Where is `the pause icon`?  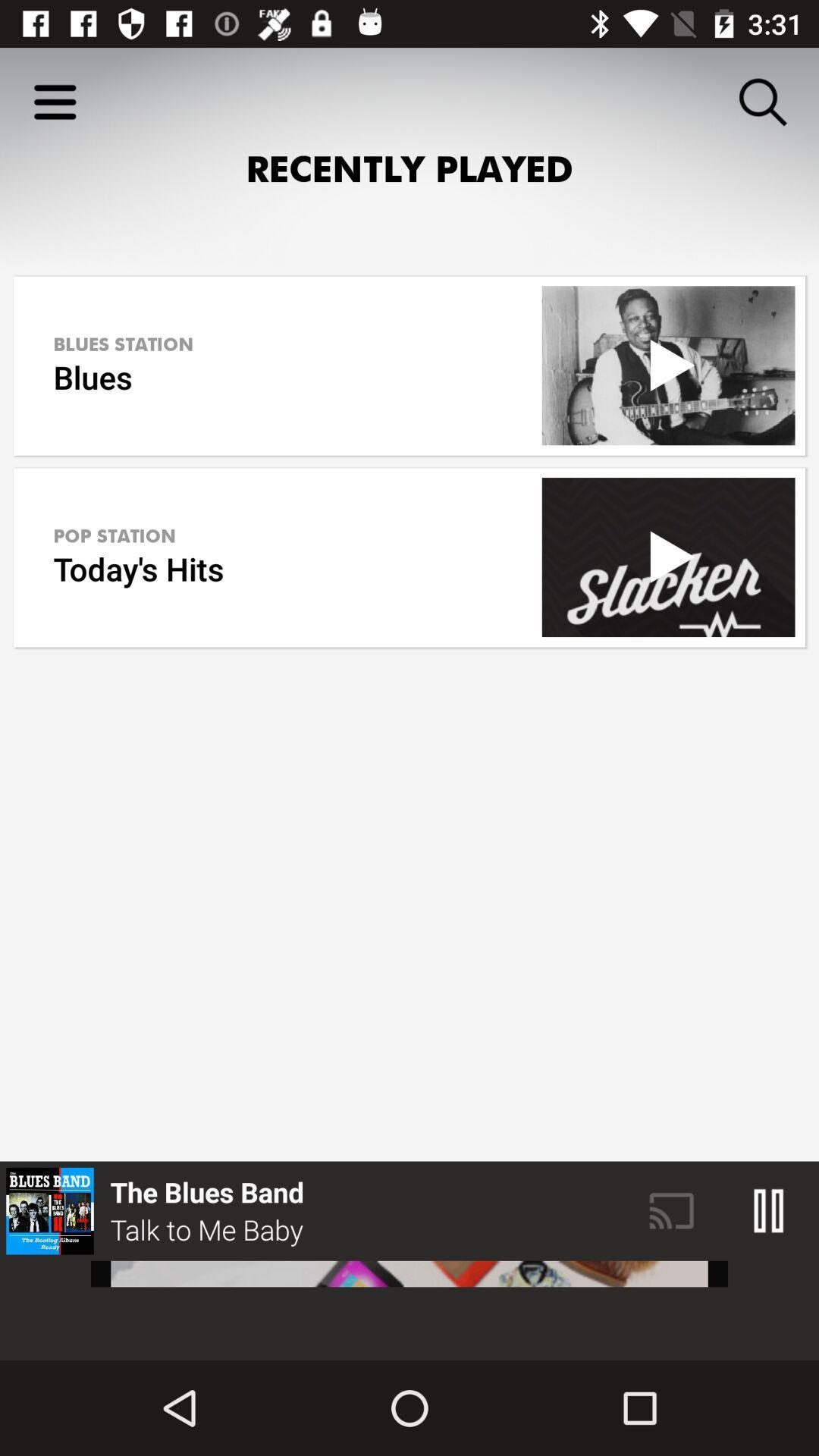 the pause icon is located at coordinates (769, 1210).